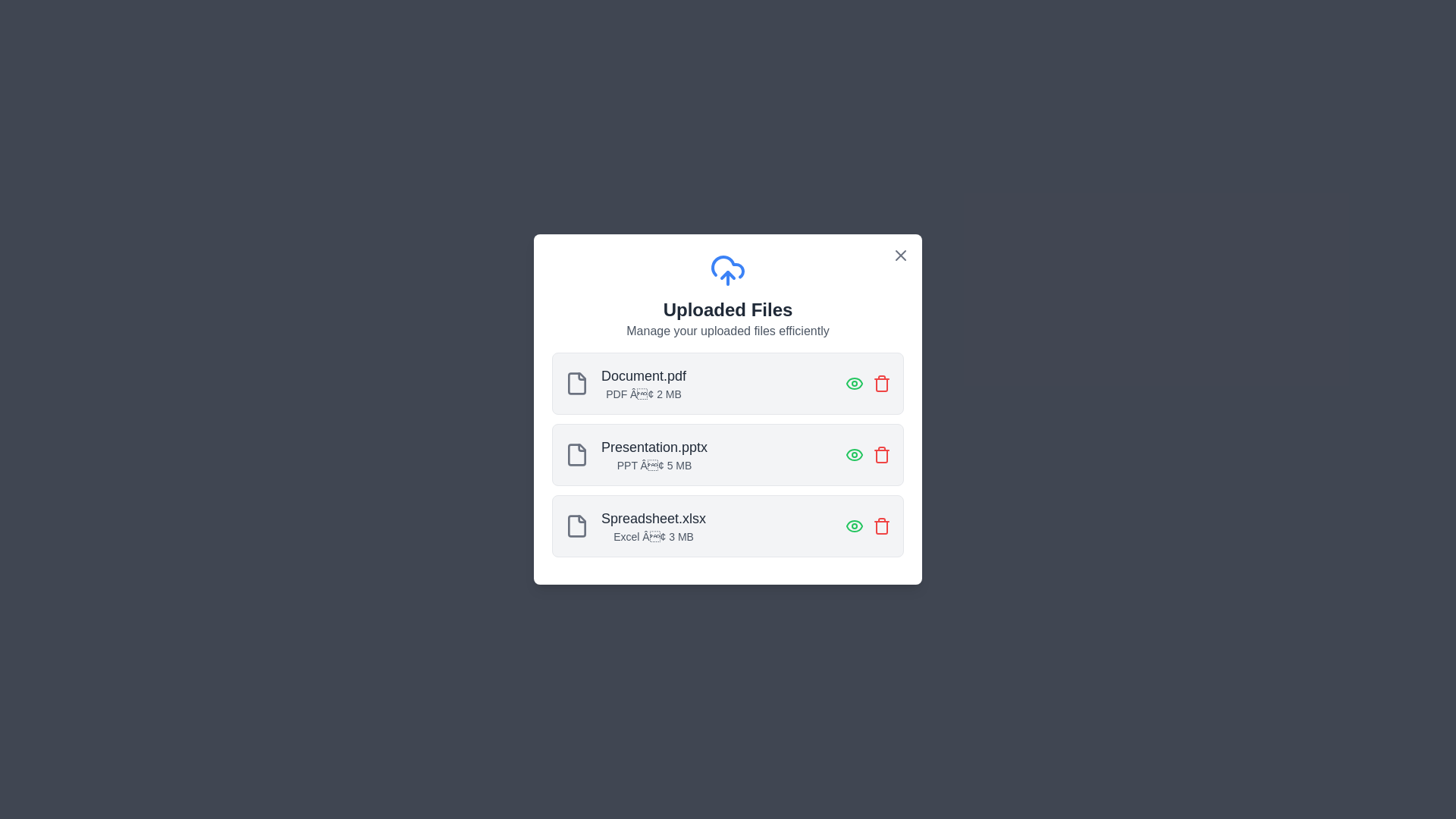 This screenshot has width=1456, height=819. What do you see at coordinates (654, 536) in the screenshot?
I see `the text label that provides file type and size information for the document labeled 'Spreadsheet.xlsx', which is positioned directly below the filename in the 'Uploaded Files' interface` at bounding box center [654, 536].